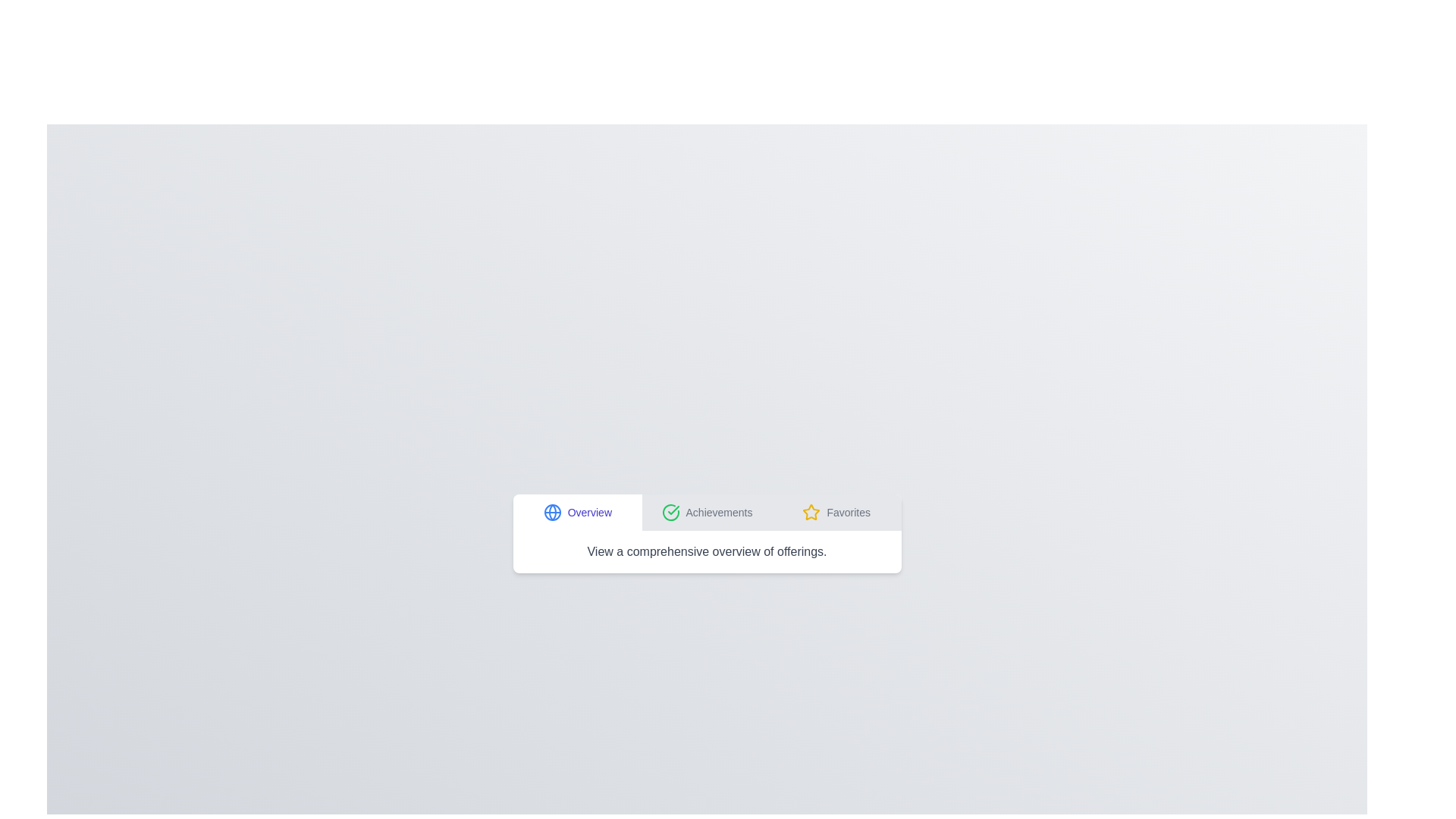 The image size is (1456, 819). I want to click on the tab labeled Overview to switch to that tab, so click(576, 512).